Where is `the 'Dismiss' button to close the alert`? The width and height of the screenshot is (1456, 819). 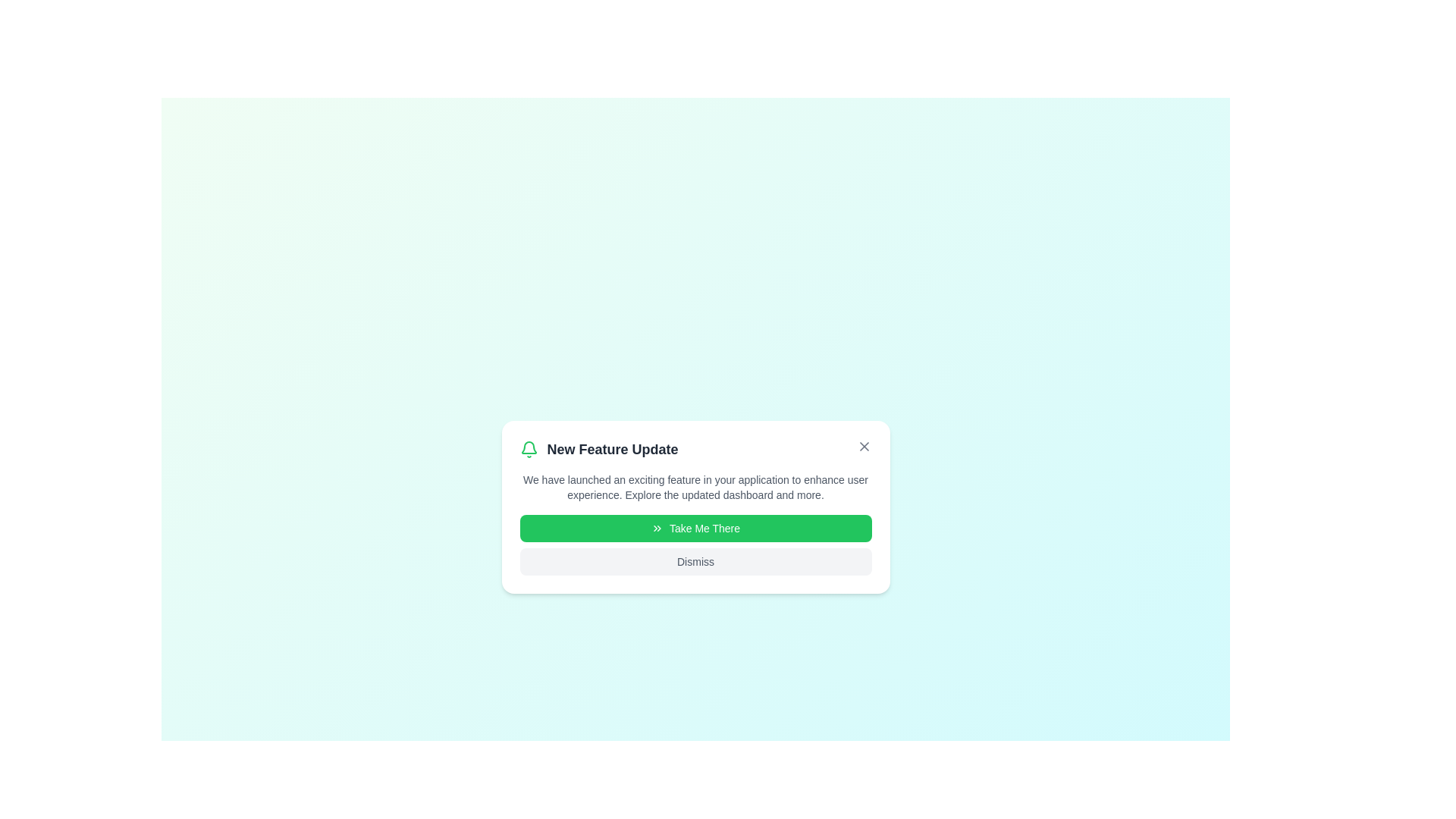 the 'Dismiss' button to close the alert is located at coordinates (695, 561).